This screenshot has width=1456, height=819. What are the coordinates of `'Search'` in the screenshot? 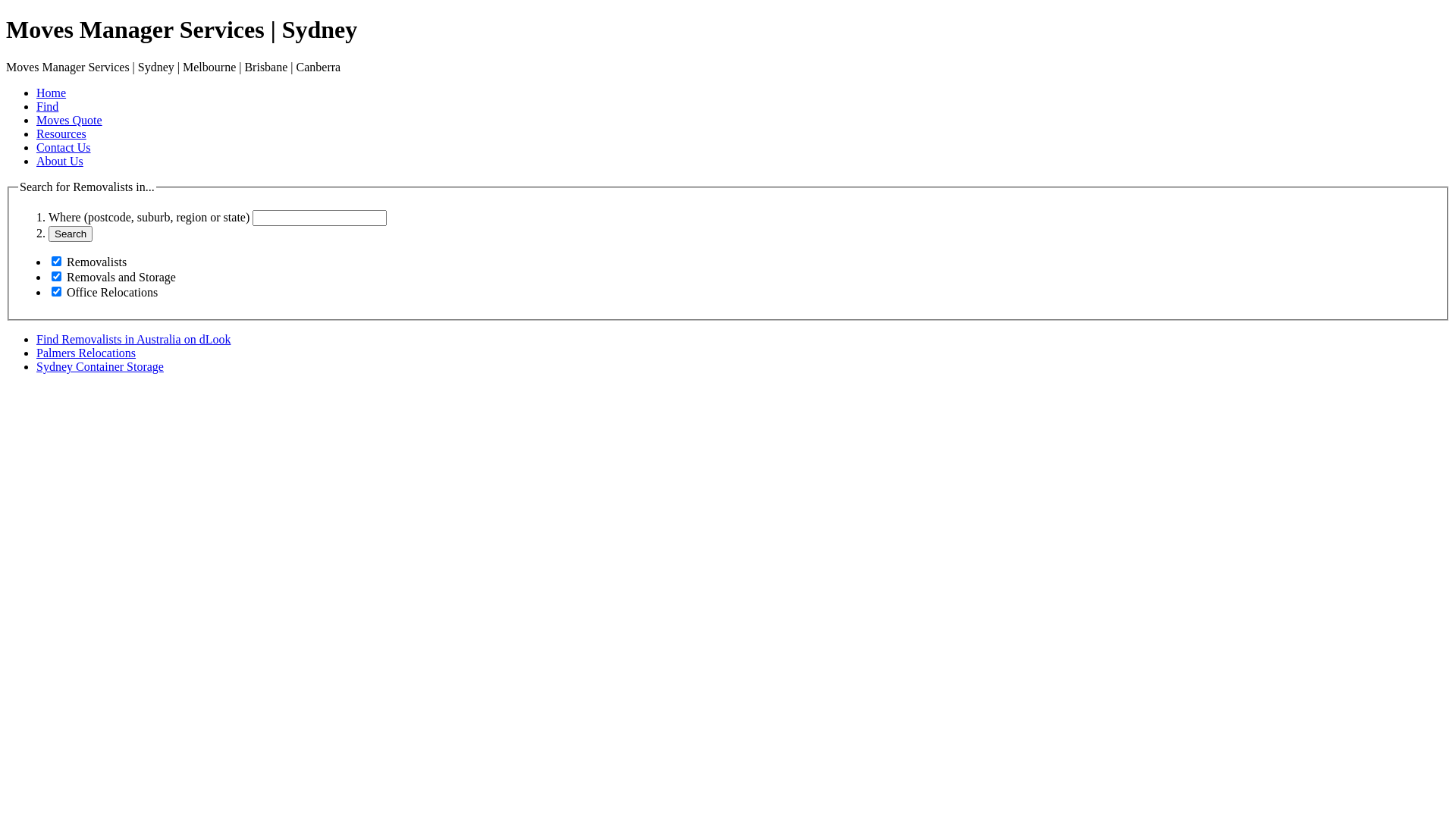 It's located at (69, 234).